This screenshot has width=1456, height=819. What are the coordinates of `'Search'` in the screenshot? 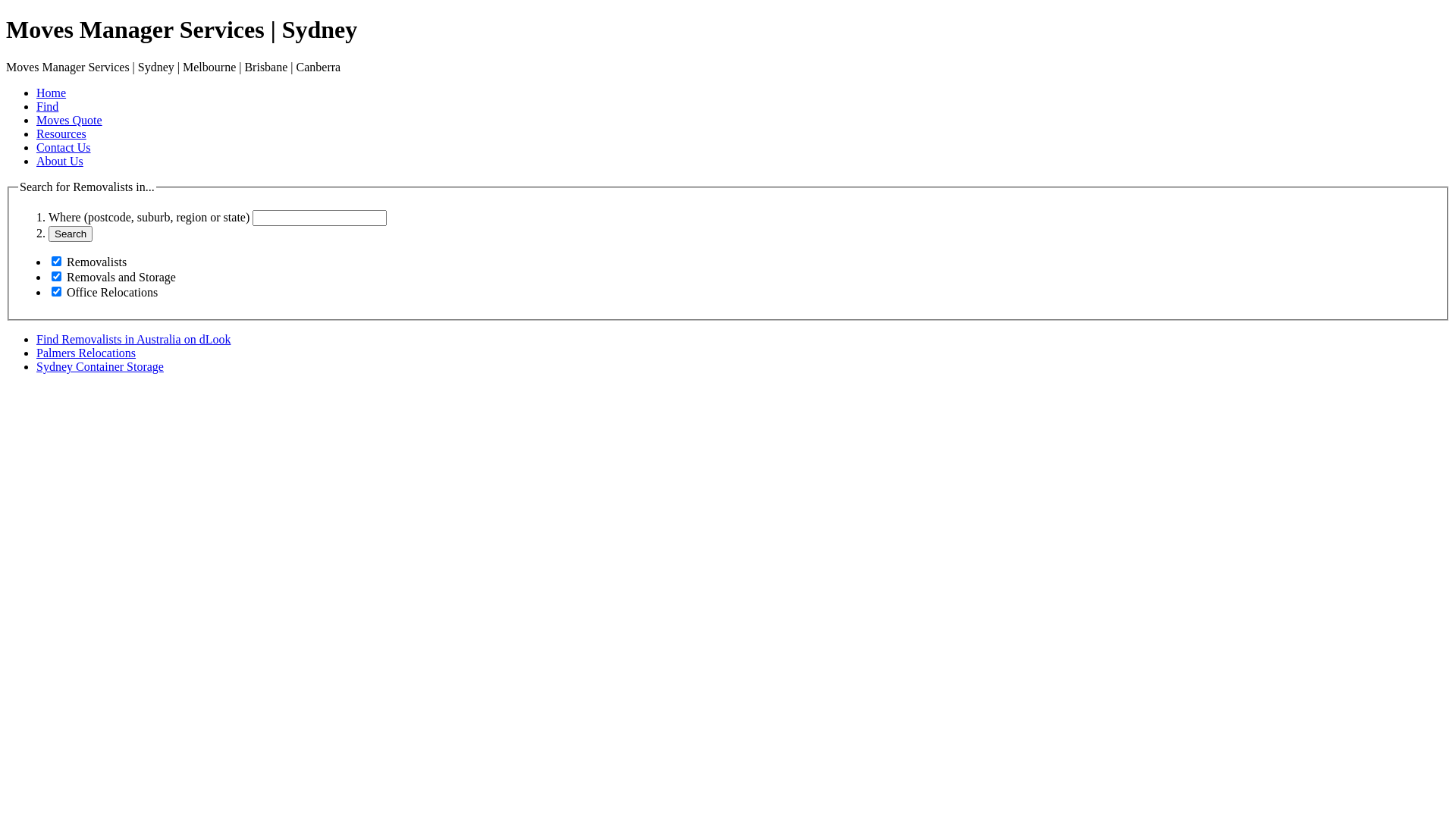 It's located at (69, 234).